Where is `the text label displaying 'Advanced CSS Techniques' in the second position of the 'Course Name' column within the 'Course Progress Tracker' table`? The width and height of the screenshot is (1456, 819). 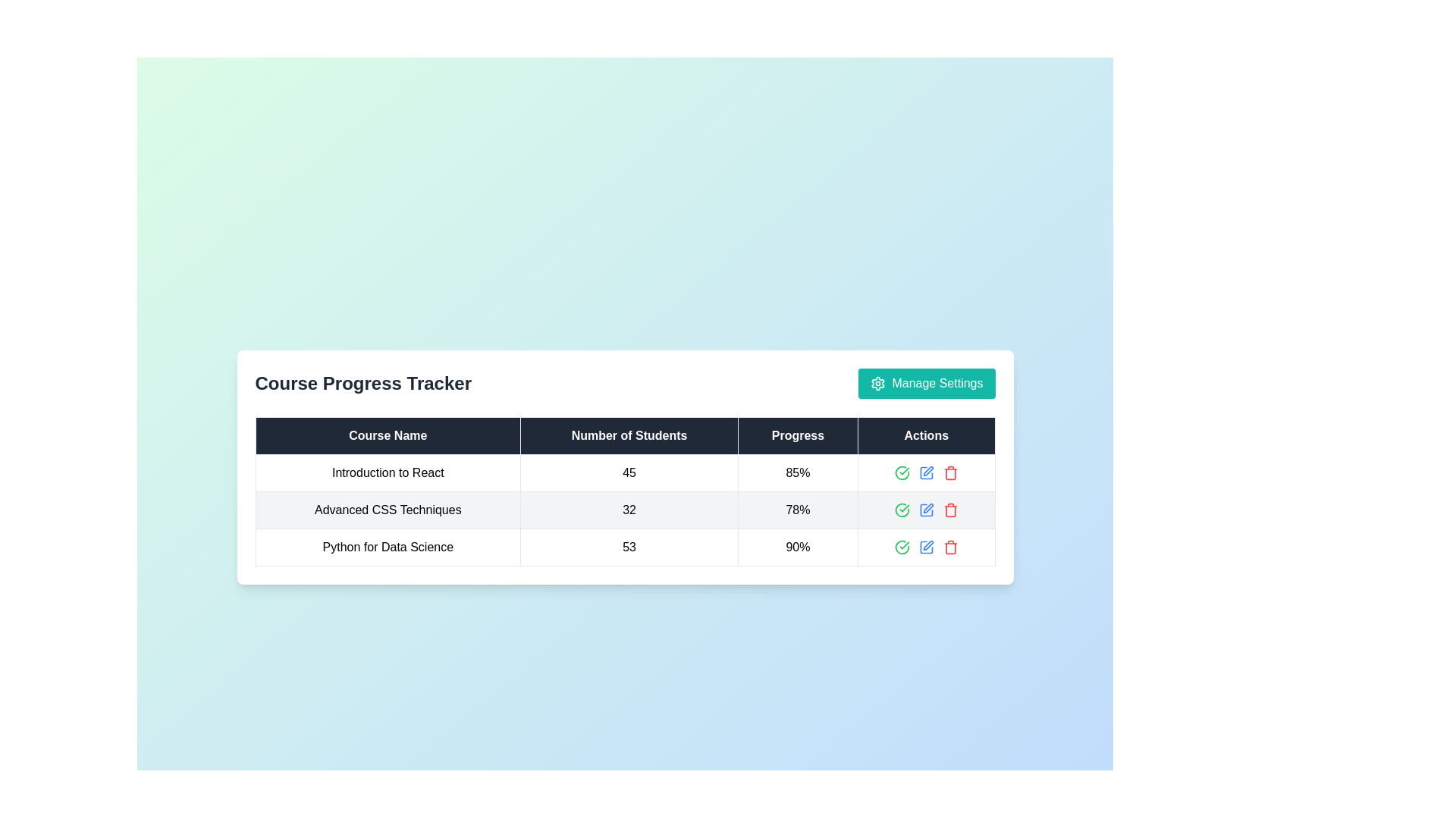 the text label displaying 'Advanced CSS Techniques' in the second position of the 'Course Name' column within the 'Course Progress Tracker' table is located at coordinates (388, 510).